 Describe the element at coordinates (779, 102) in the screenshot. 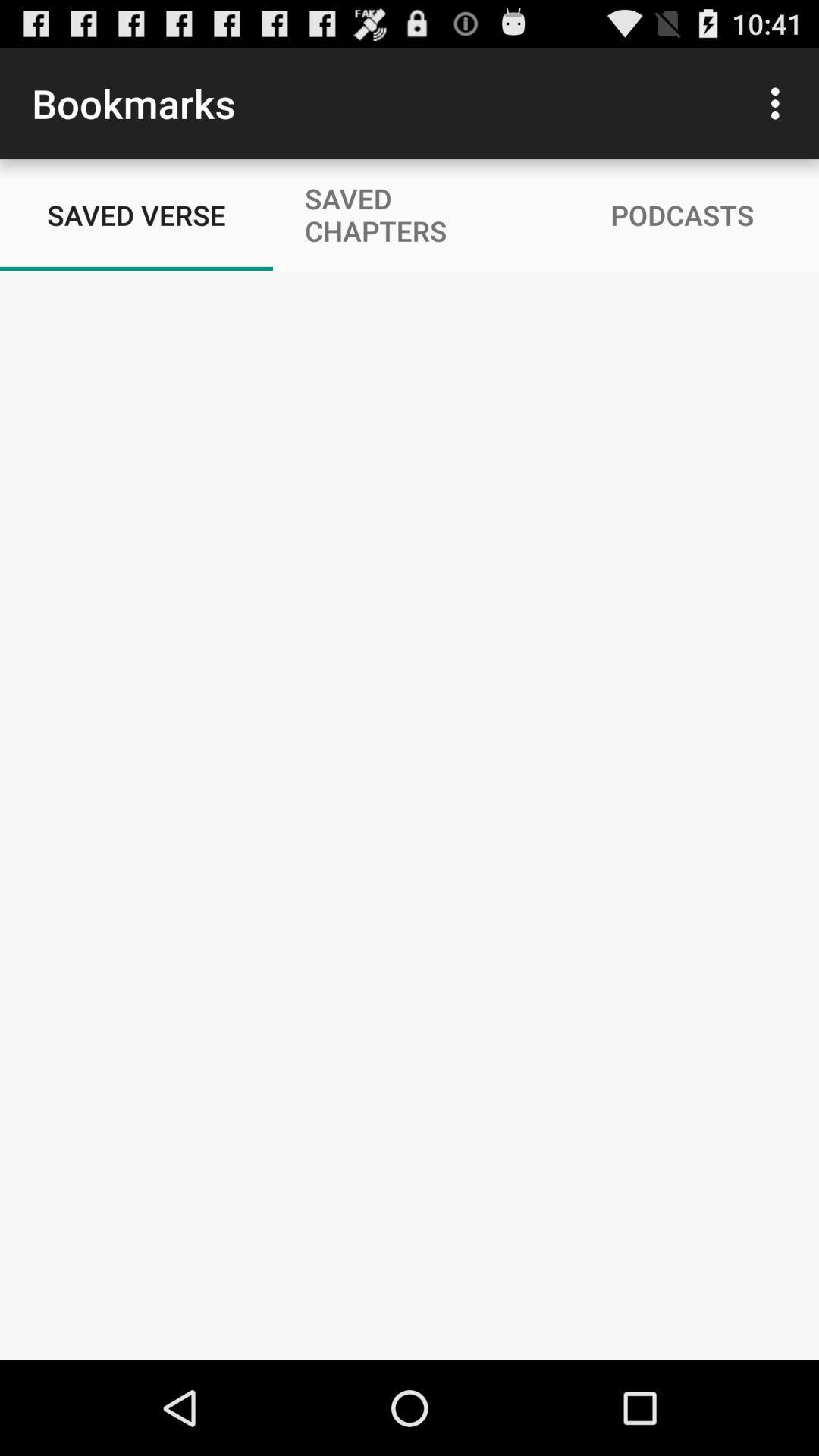

I see `icon next to saved chapters` at that location.